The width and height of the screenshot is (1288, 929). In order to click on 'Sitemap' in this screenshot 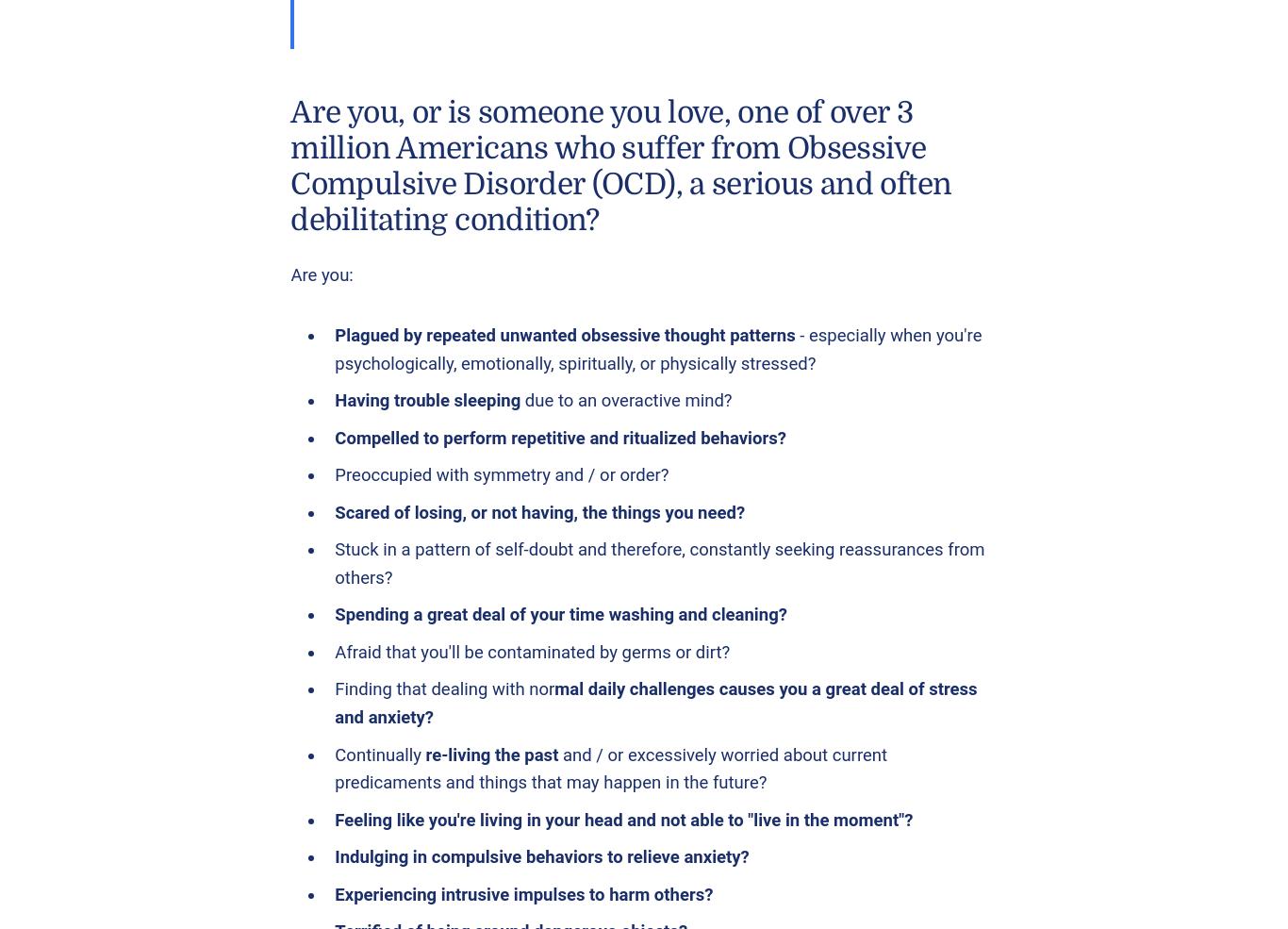, I will do `click(470, 342)`.